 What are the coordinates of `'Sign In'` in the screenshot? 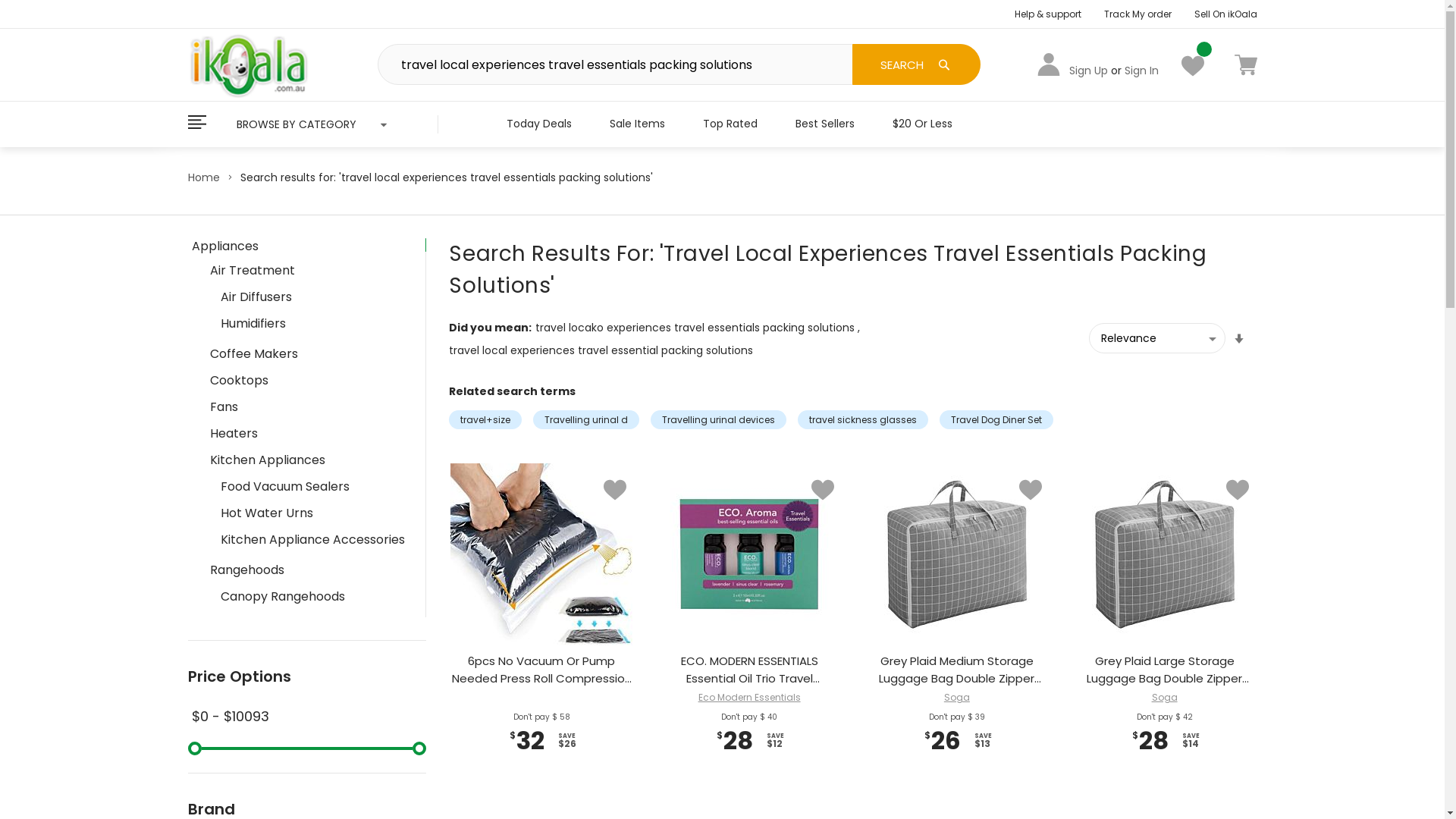 It's located at (1141, 70).